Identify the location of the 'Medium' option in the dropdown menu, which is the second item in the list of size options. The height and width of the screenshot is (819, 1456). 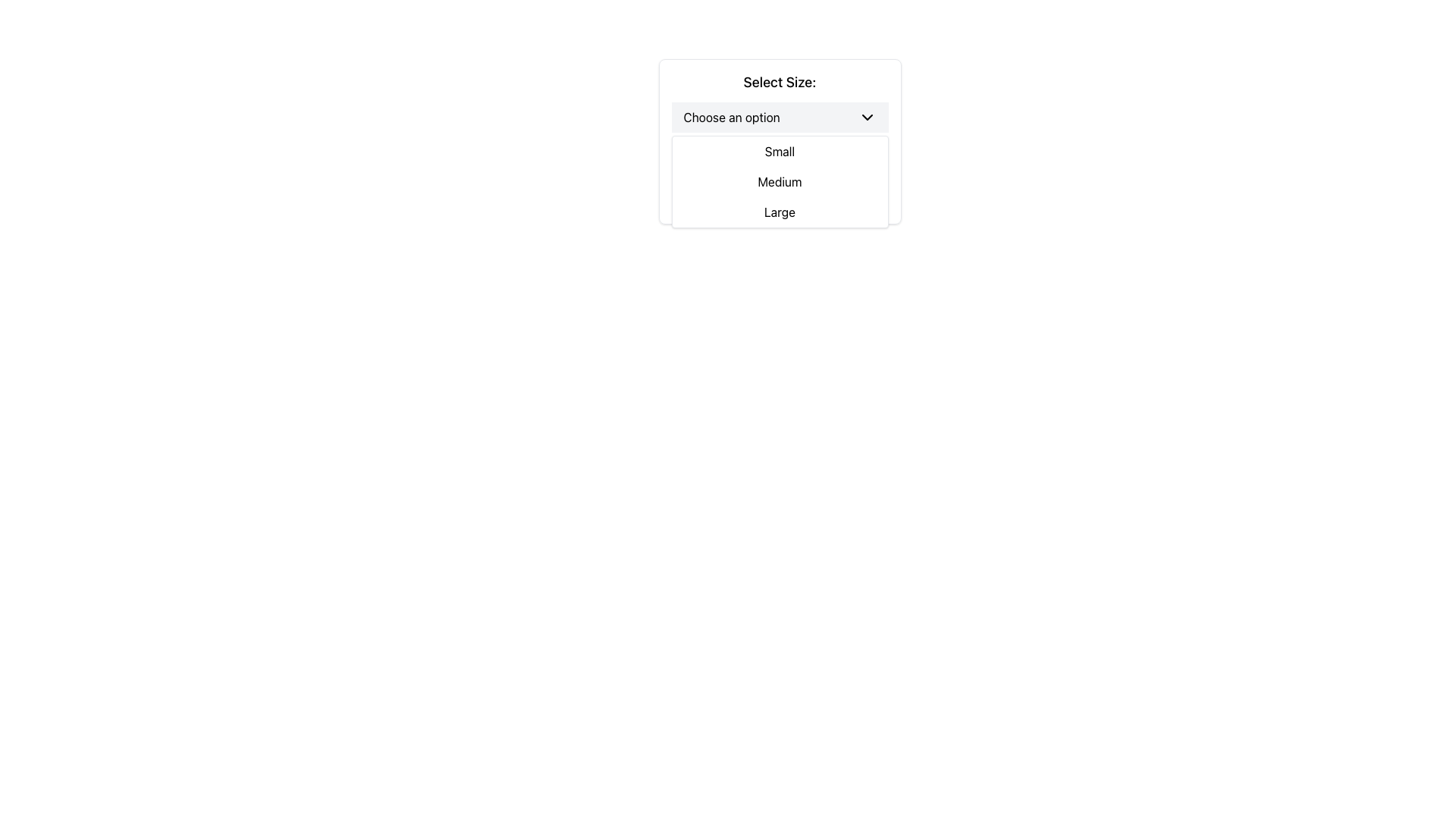
(780, 180).